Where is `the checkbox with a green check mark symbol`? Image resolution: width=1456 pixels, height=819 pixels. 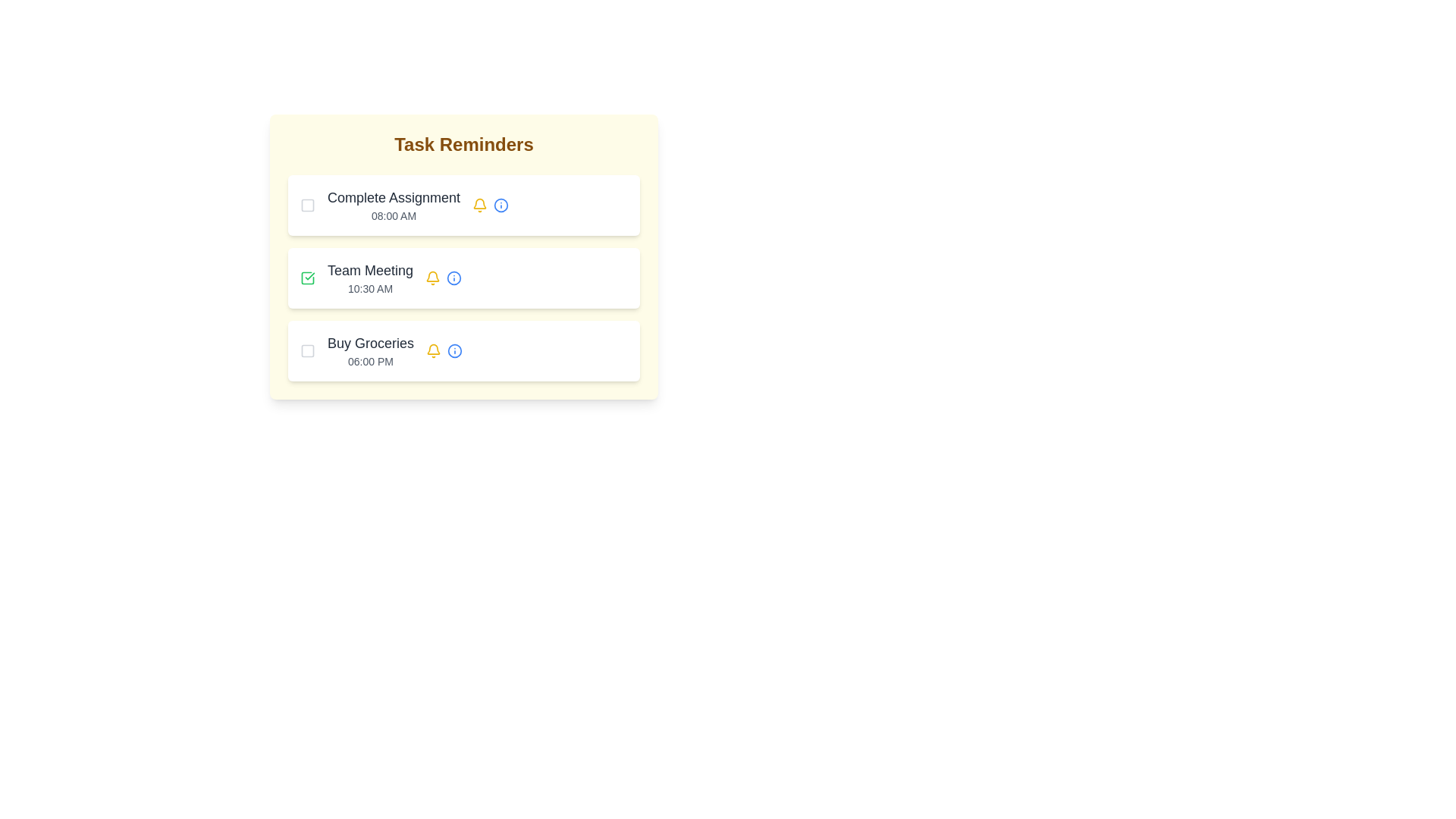
the checkbox with a green check mark symbol is located at coordinates (307, 278).